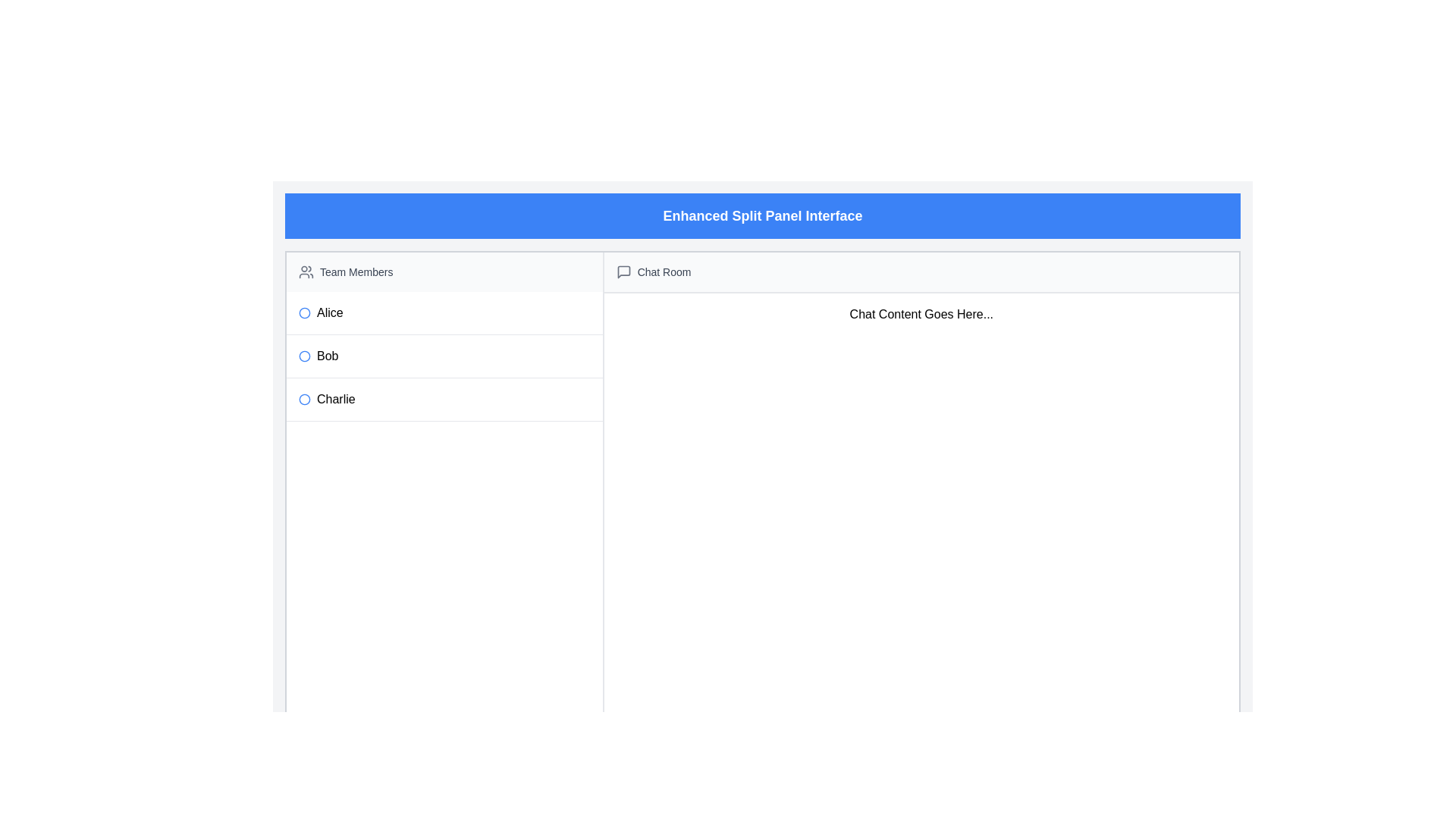 The image size is (1456, 819). Describe the element at coordinates (444, 312) in the screenshot. I see `the List Item labeled 'Alice' which is the first entry in the vertical list of names, featuring a blue circular indicator to its left` at that location.